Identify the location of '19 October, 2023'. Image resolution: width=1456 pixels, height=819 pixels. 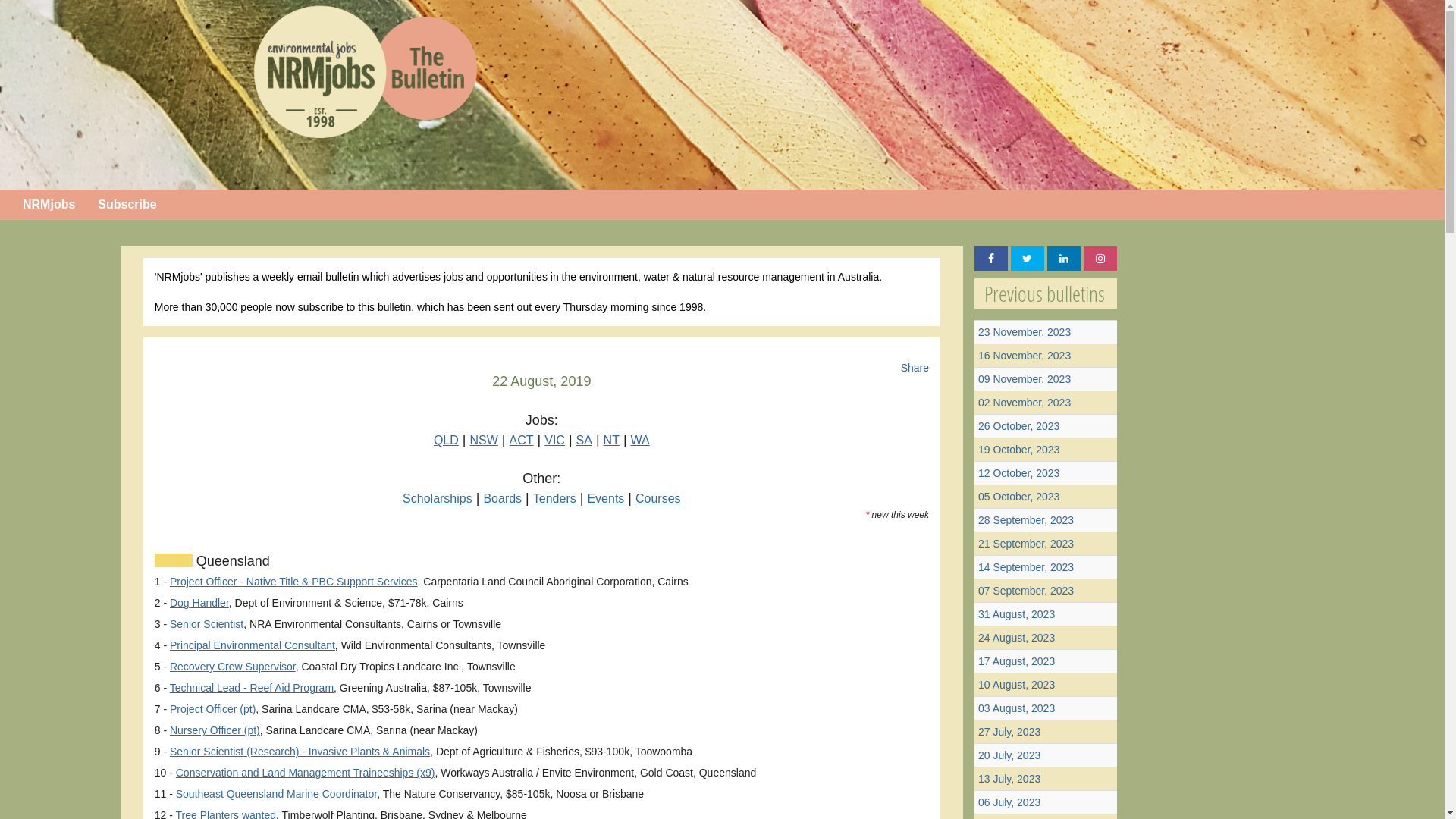
(1018, 449).